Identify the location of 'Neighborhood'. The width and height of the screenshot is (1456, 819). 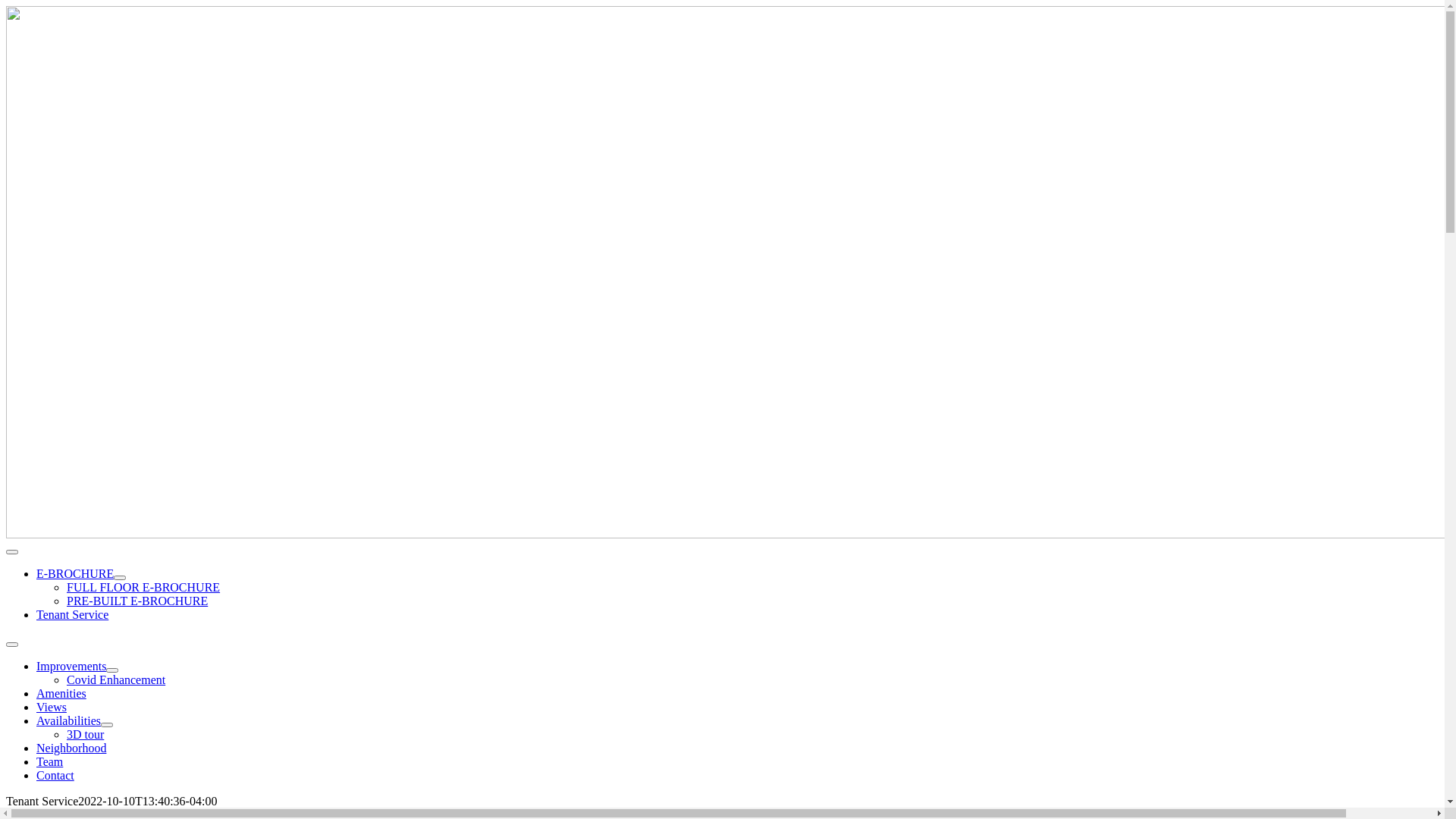
(71, 747).